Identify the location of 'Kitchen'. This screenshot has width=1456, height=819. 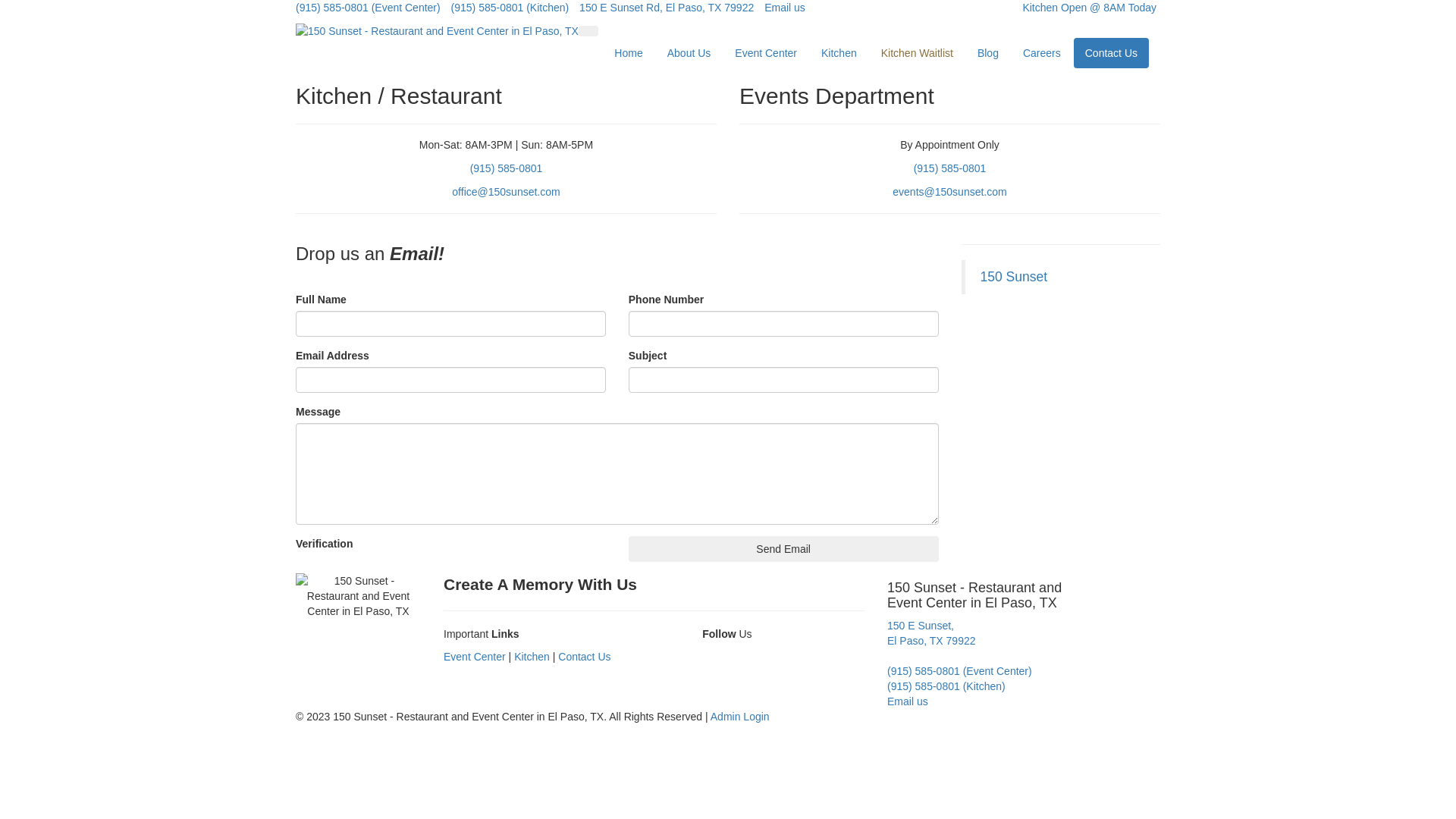
(513, 656).